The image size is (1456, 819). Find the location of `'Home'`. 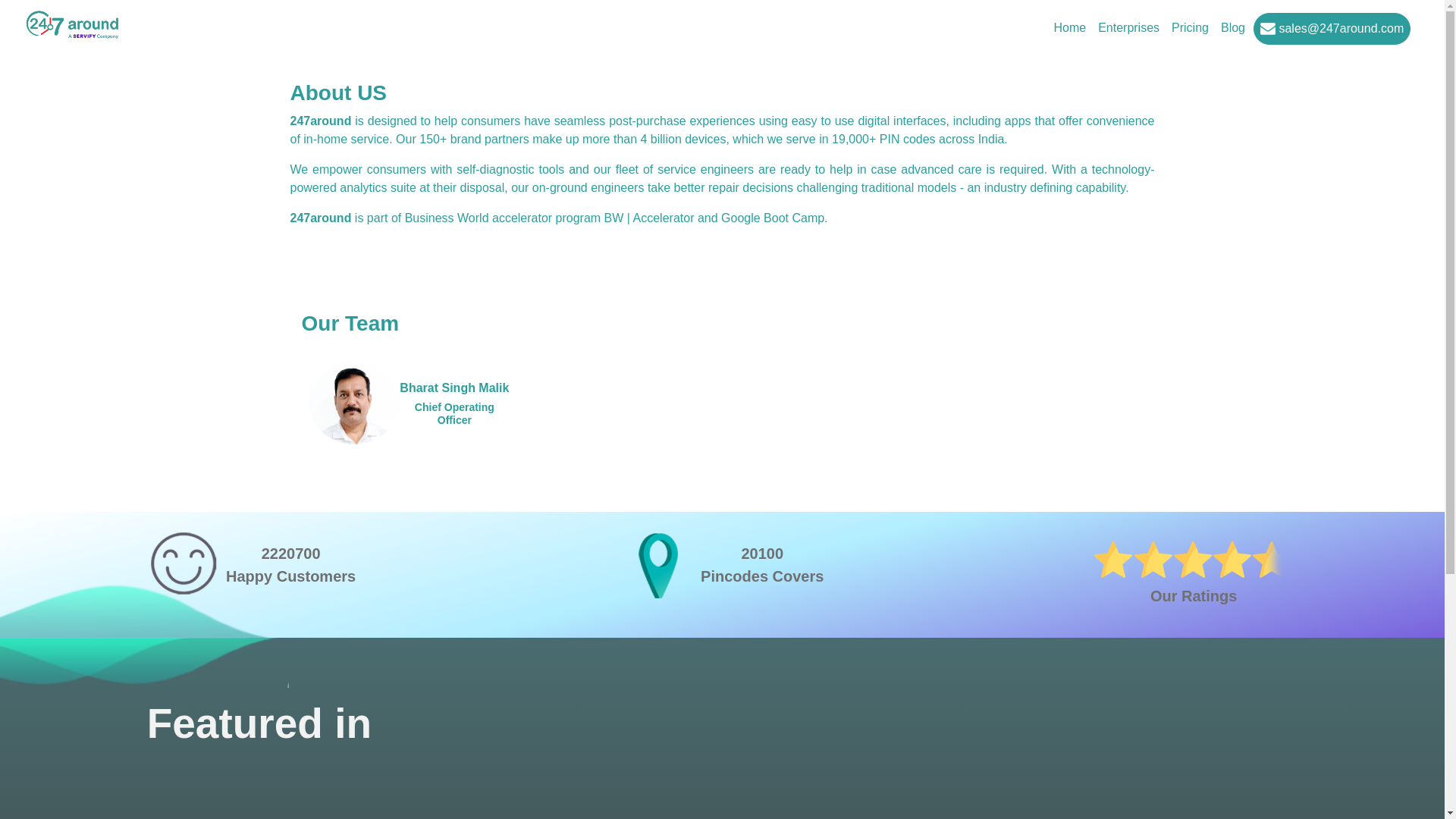

'Home' is located at coordinates (1068, 28).